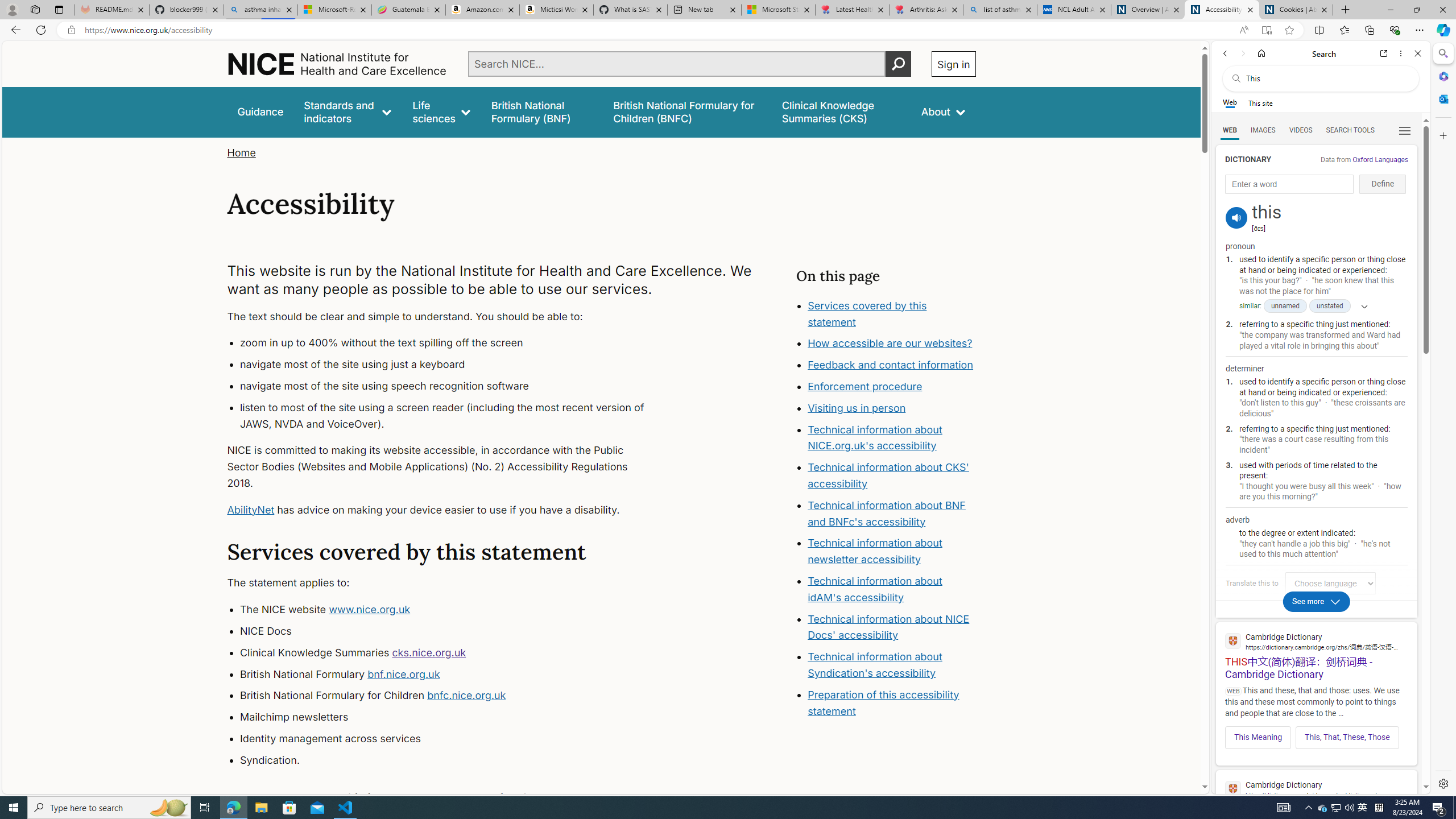  I want to click on 'This MeaningThis, That, These, Those', so click(1316, 734).